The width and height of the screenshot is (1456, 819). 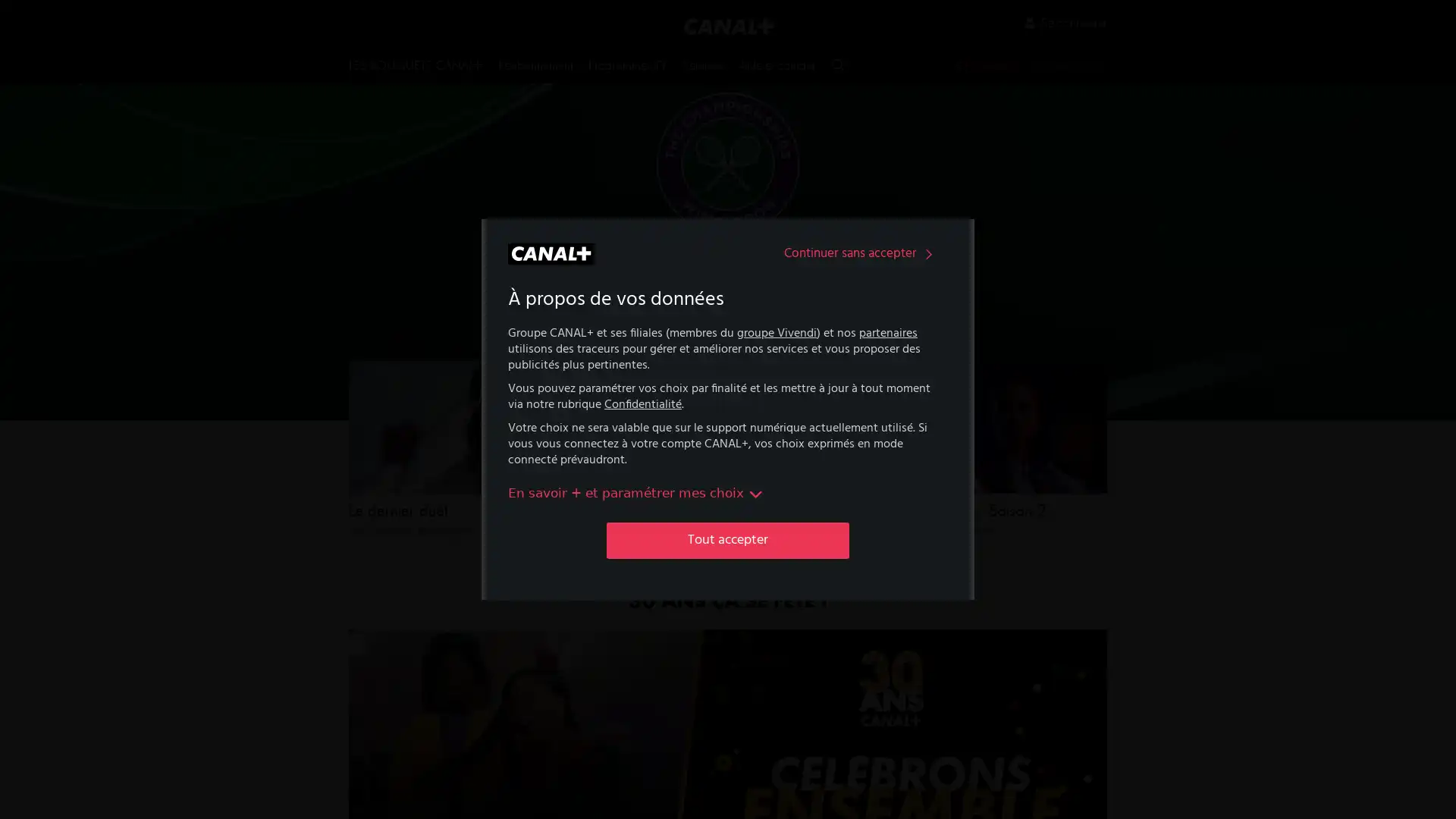 What do you see at coordinates (872, 380) in the screenshot?
I see `Rwanda` at bounding box center [872, 380].